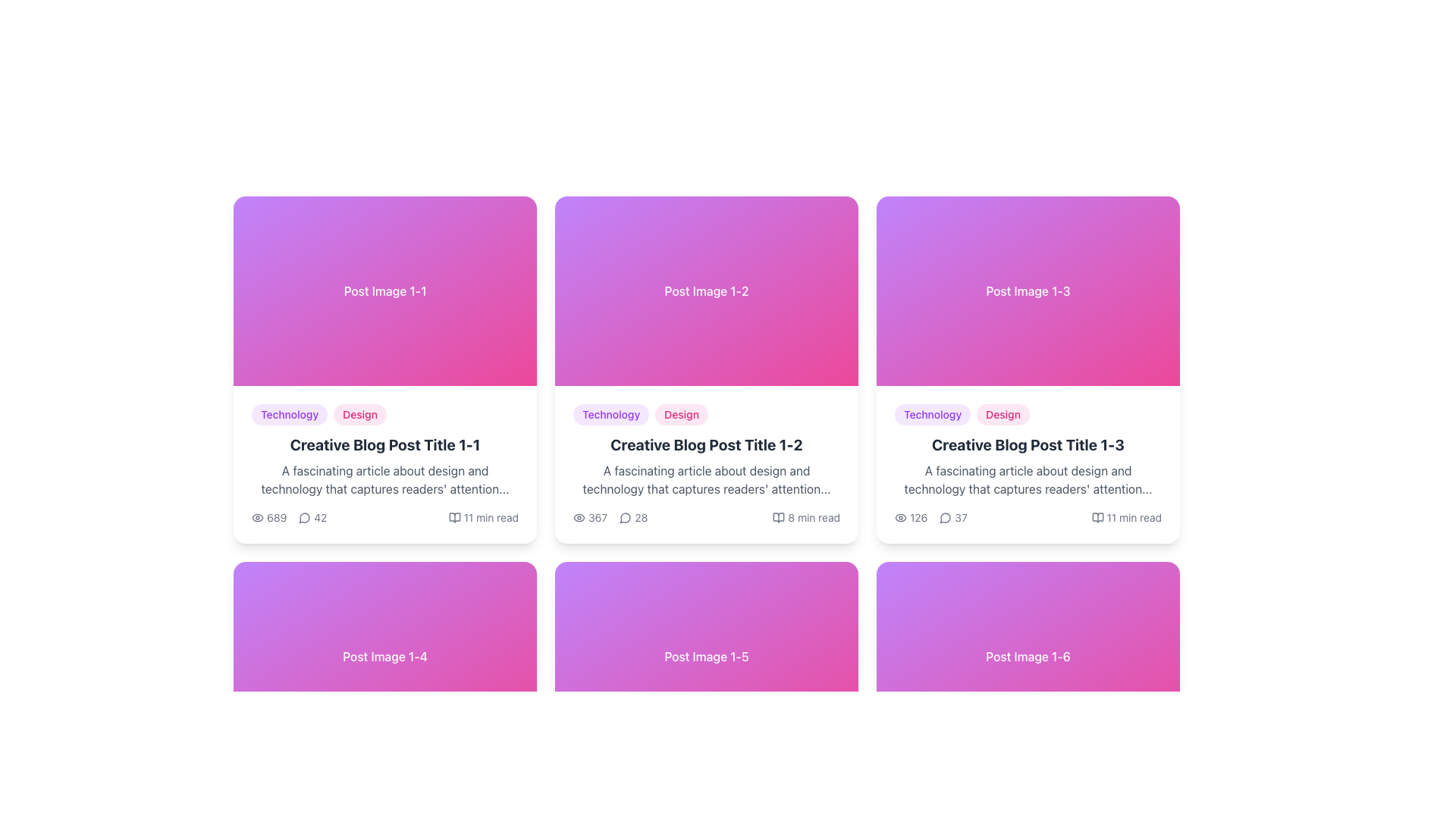  What do you see at coordinates (945, 517) in the screenshot?
I see `the message bubble icon located within the card for 'Creative Blog Post Title 1-3', which is the second icon from the left in the horizontal row of interaction metrics` at bounding box center [945, 517].